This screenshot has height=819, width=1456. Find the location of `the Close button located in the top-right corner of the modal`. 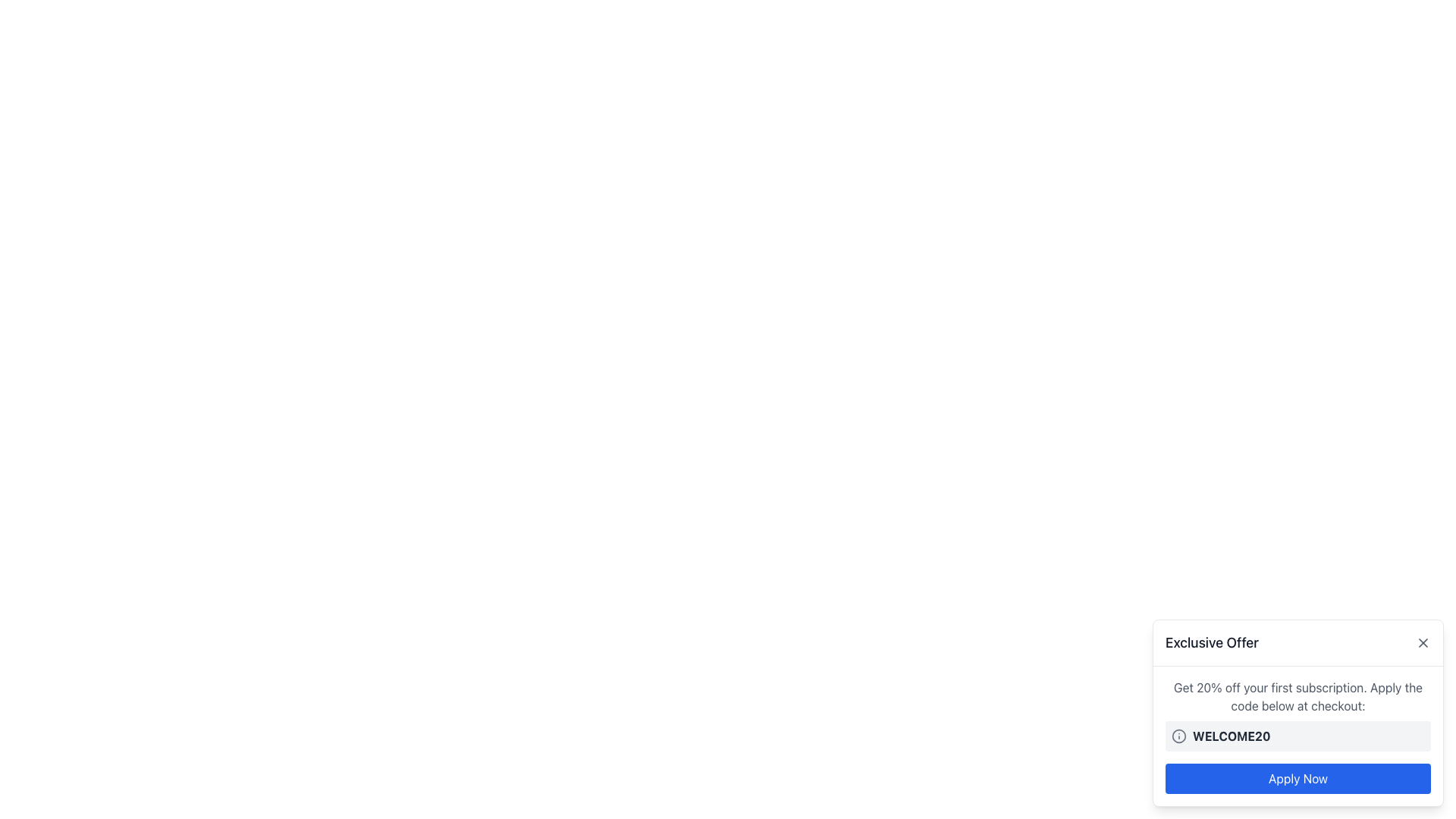

the Close button located in the top-right corner of the modal is located at coordinates (1422, 643).